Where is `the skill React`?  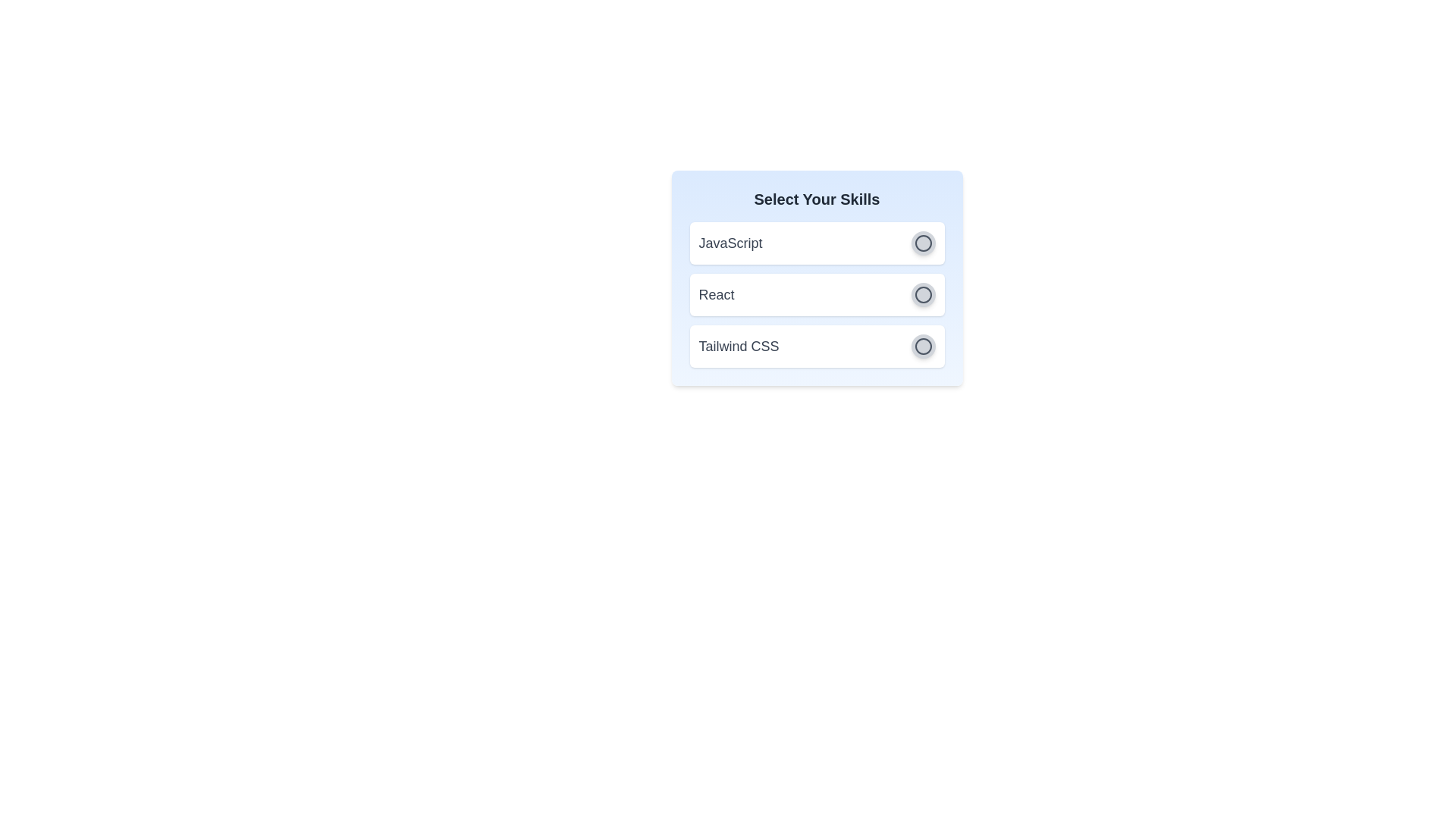 the skill React is located at coordinates (922, 295).